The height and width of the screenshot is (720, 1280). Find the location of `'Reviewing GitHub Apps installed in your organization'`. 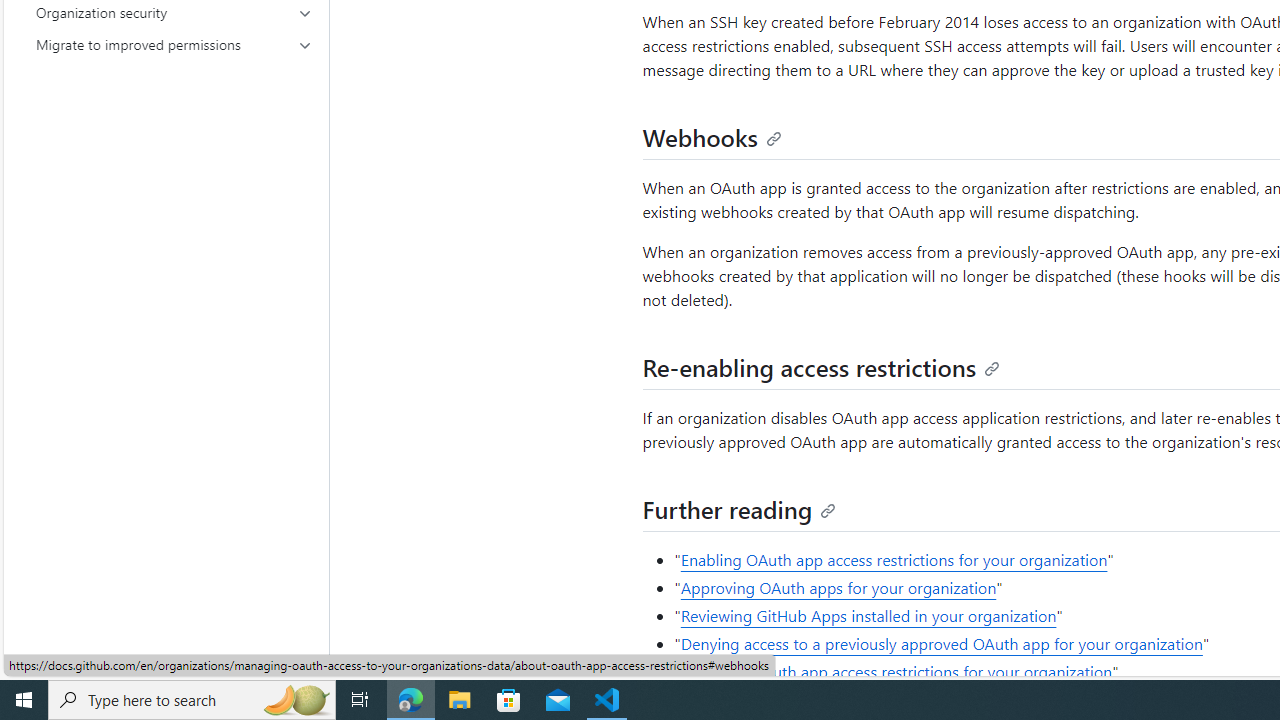

'Reviewing GitHub Apps installed in your organization' is located at coordinates (868, 614).